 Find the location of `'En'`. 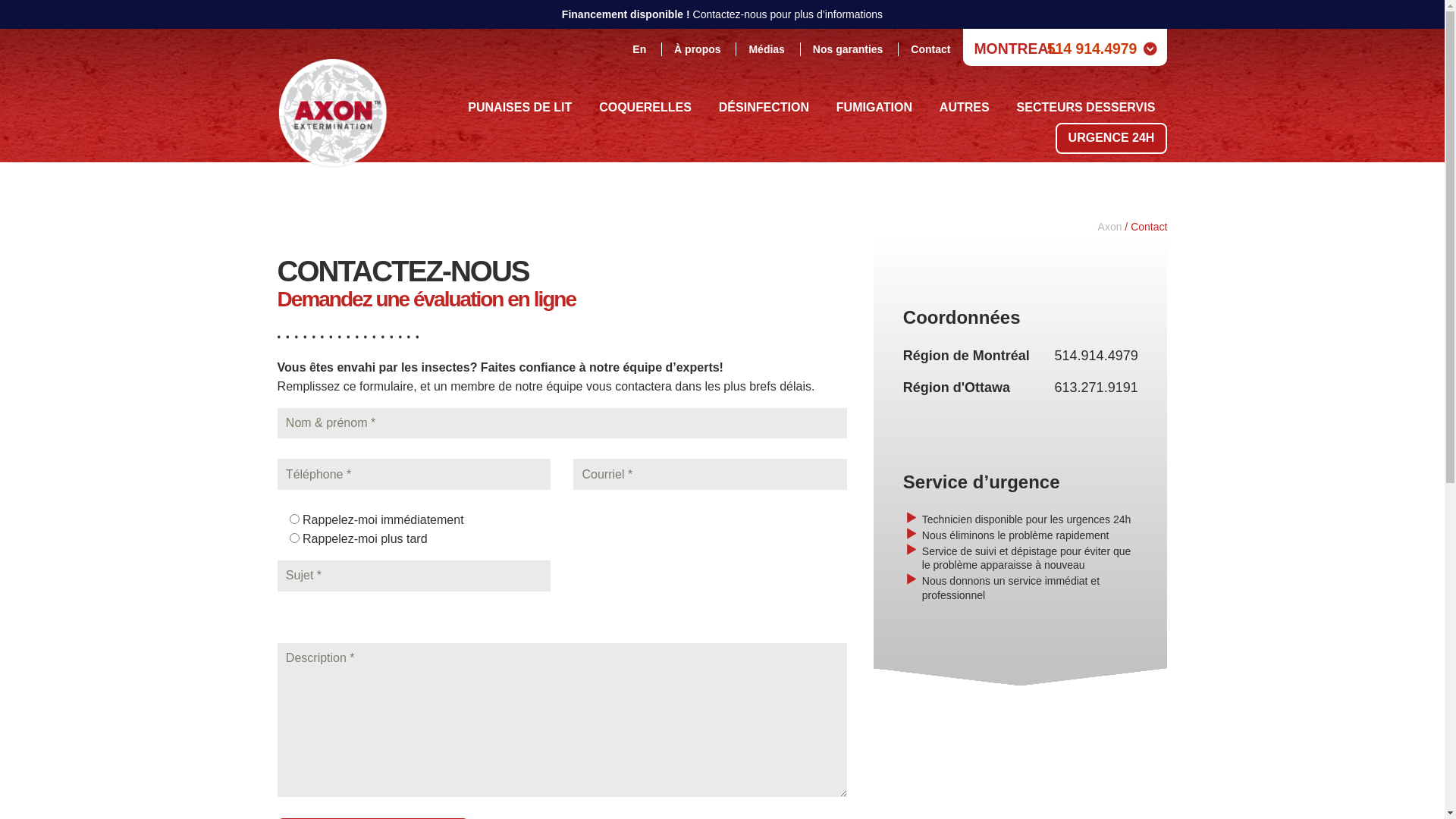

'En' is located at coordinates (639, 49).